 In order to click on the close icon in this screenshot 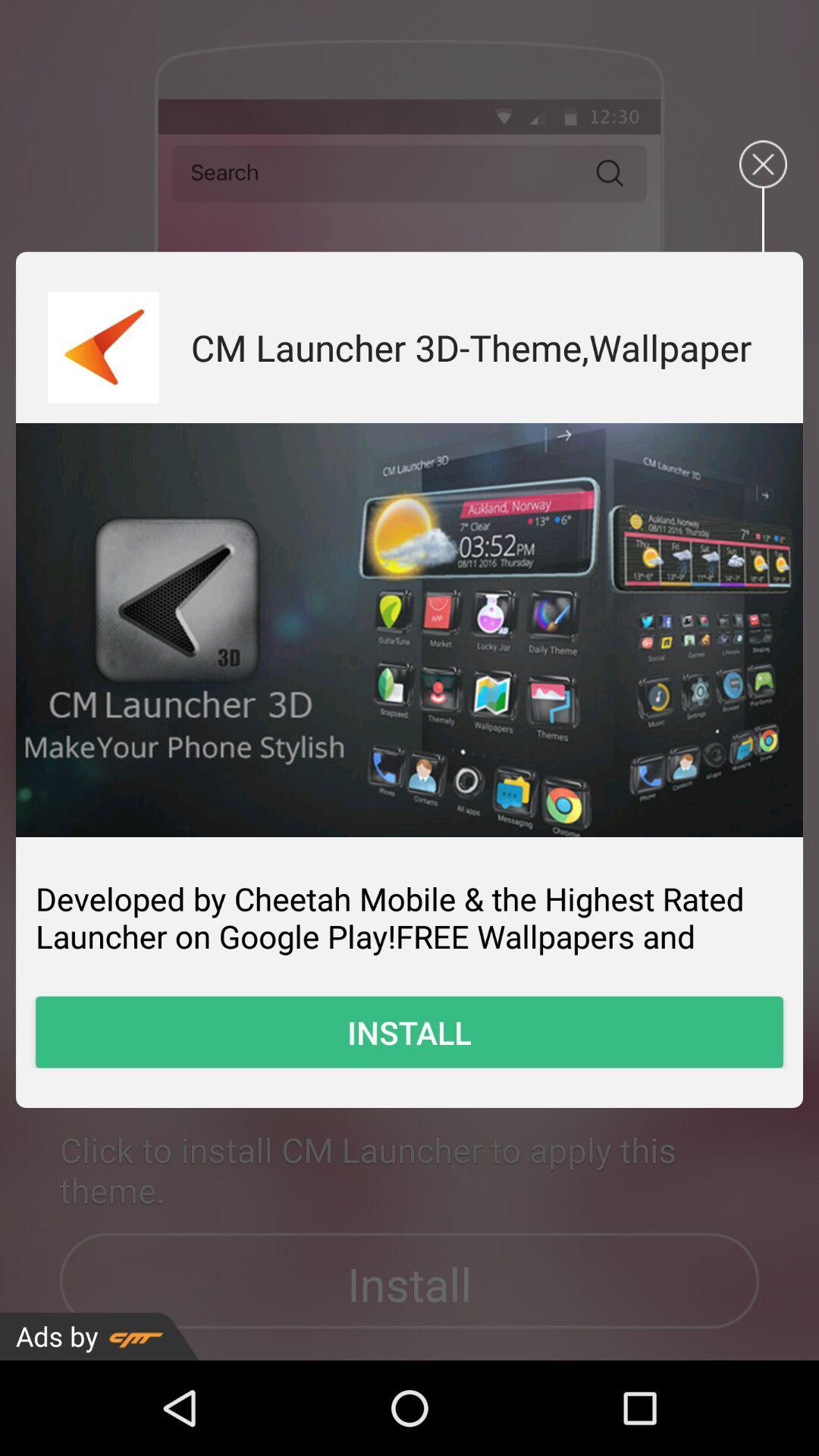, I will do `click(763, 175)`.